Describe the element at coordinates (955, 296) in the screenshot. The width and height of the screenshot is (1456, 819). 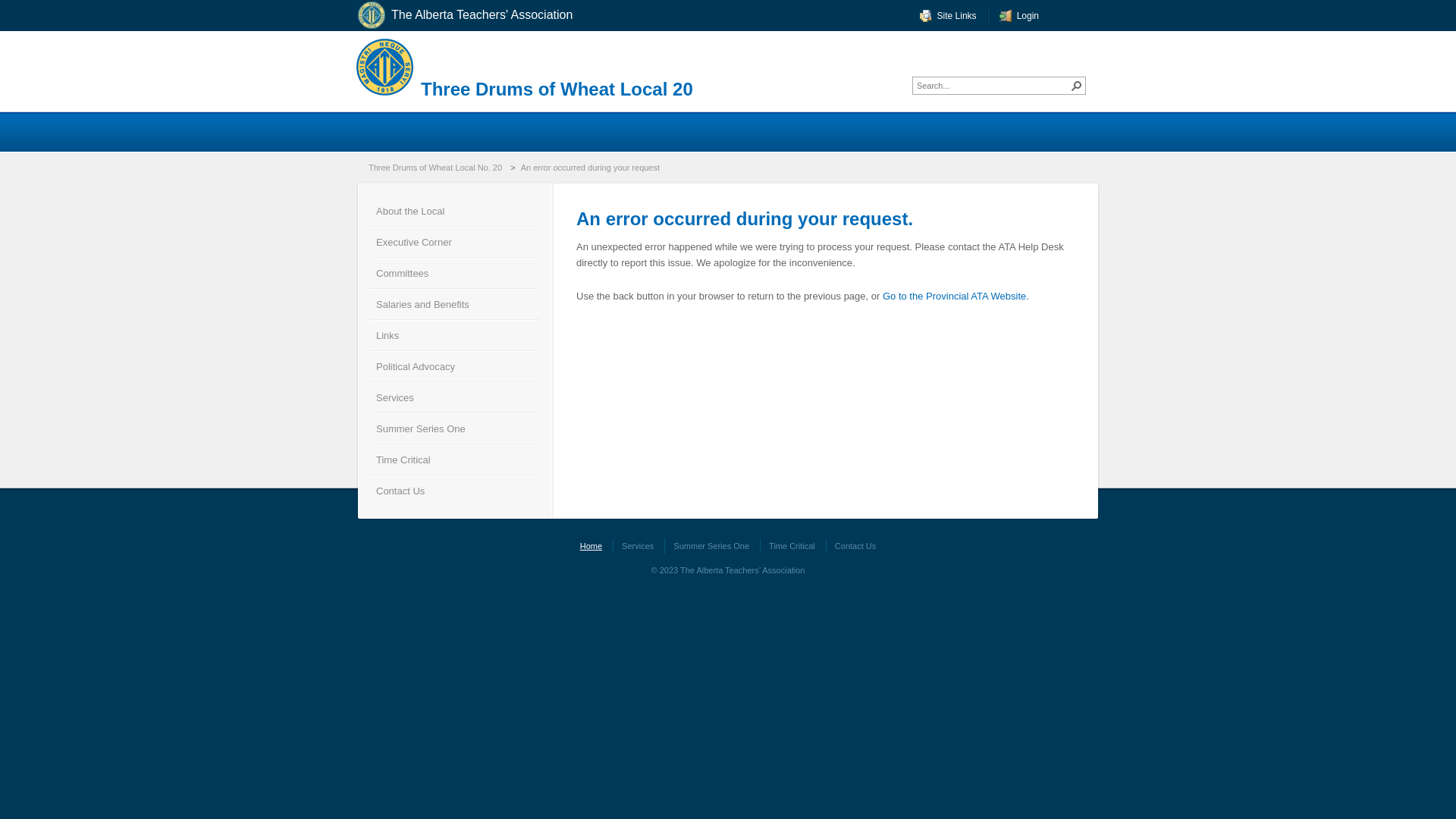
I see `'Go to the Provincial ATA Website.'` at that location.